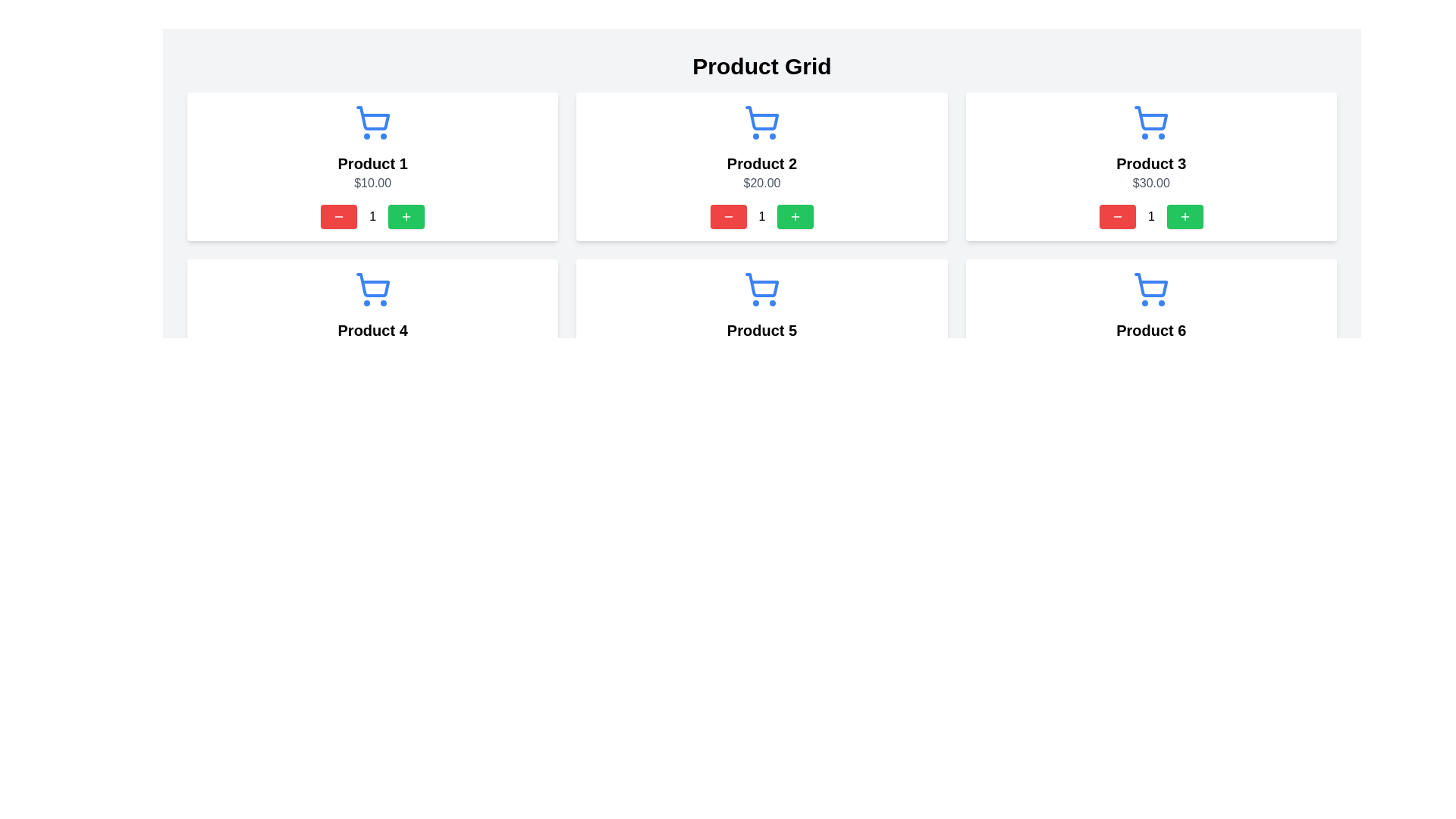  I want to click on the numeric text label '1' in bold font style, located centrally within the numeric stepper control for 'Product 2', positioned beneath the price '$20.00', so click(761, 216).